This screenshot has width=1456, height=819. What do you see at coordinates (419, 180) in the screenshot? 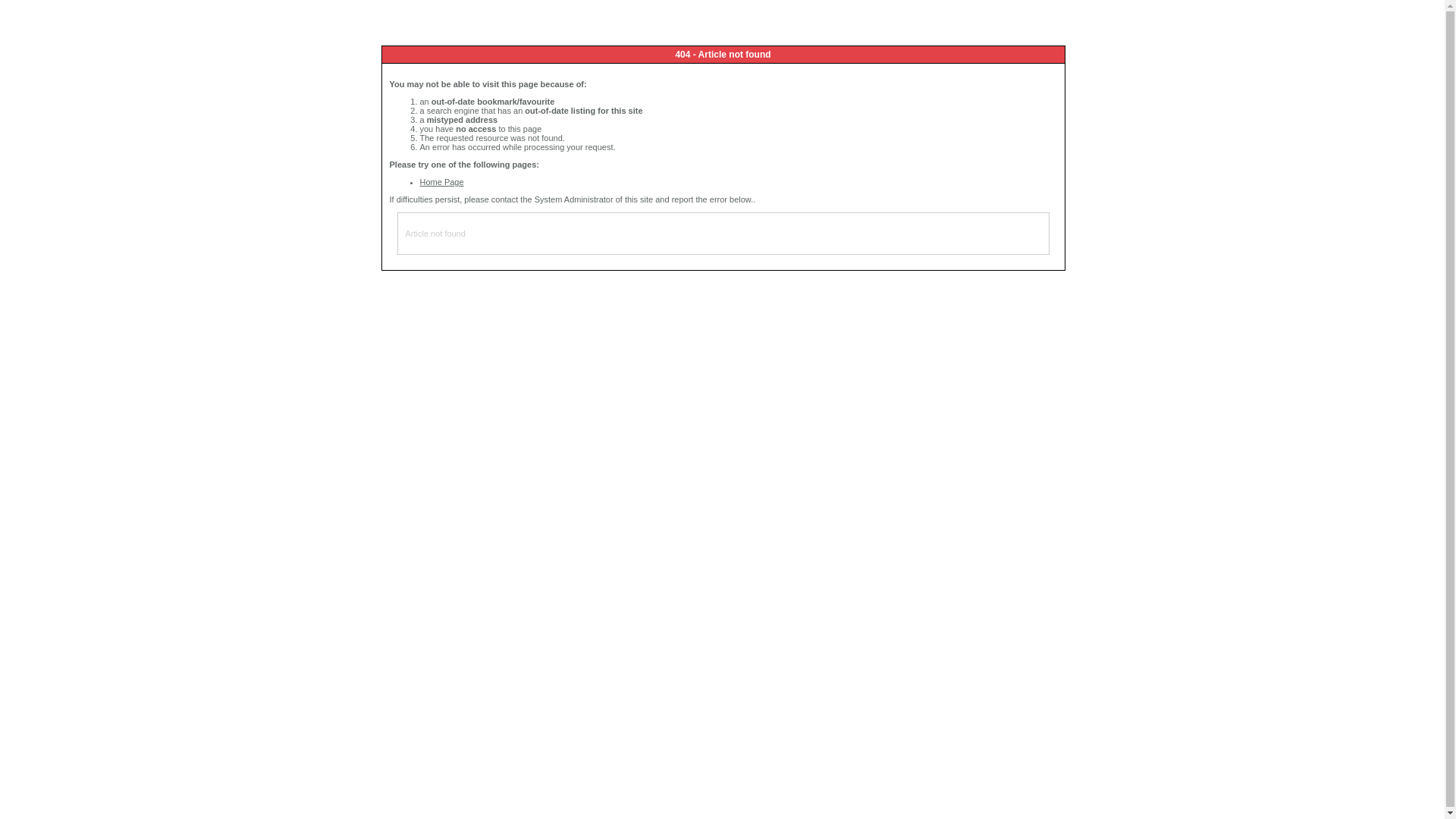
I see `'Home Page'` at bounding box center [419, 180].